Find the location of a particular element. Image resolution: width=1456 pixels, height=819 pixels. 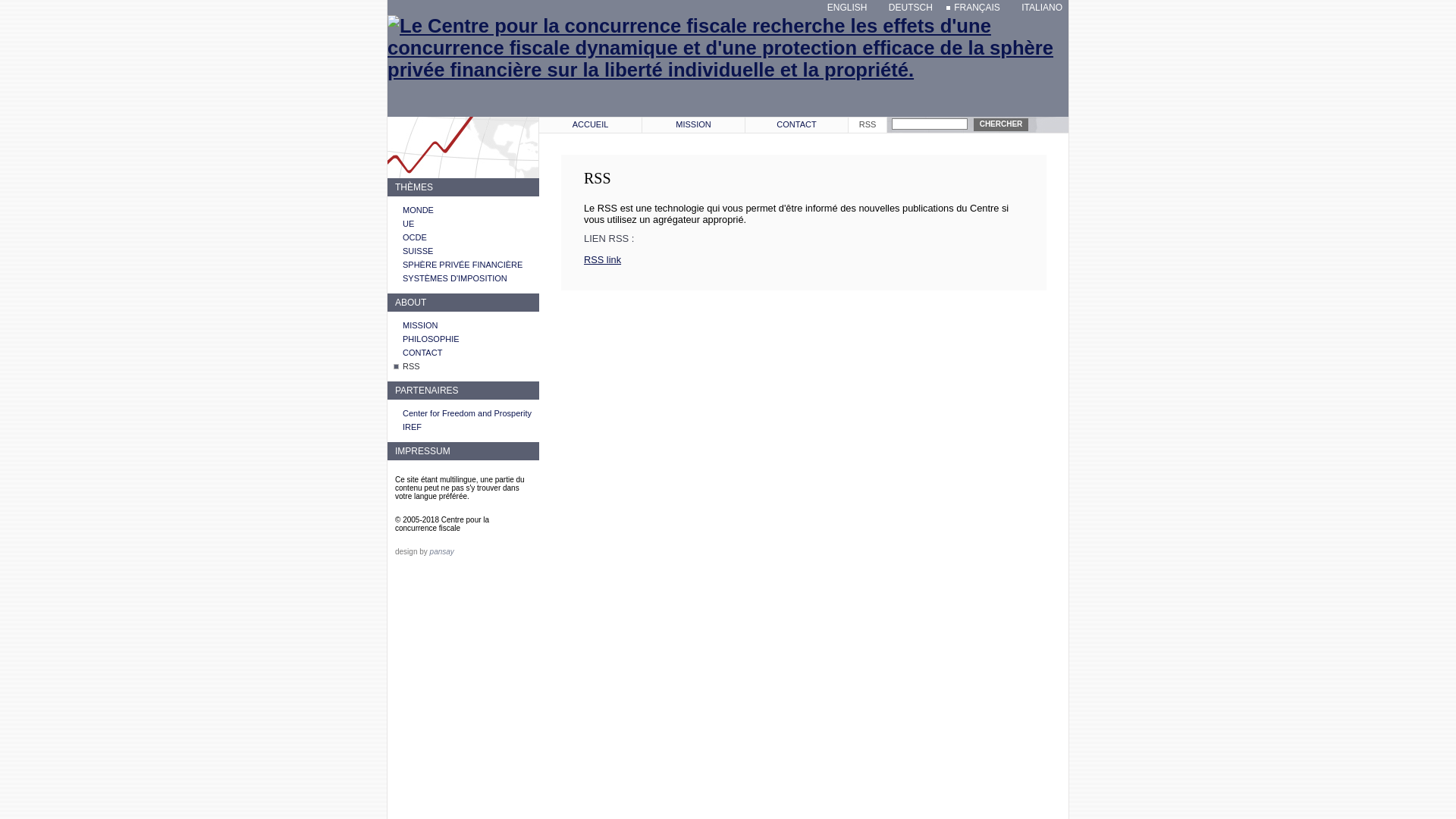

'MISSION' is located at coordinates (419, 324).